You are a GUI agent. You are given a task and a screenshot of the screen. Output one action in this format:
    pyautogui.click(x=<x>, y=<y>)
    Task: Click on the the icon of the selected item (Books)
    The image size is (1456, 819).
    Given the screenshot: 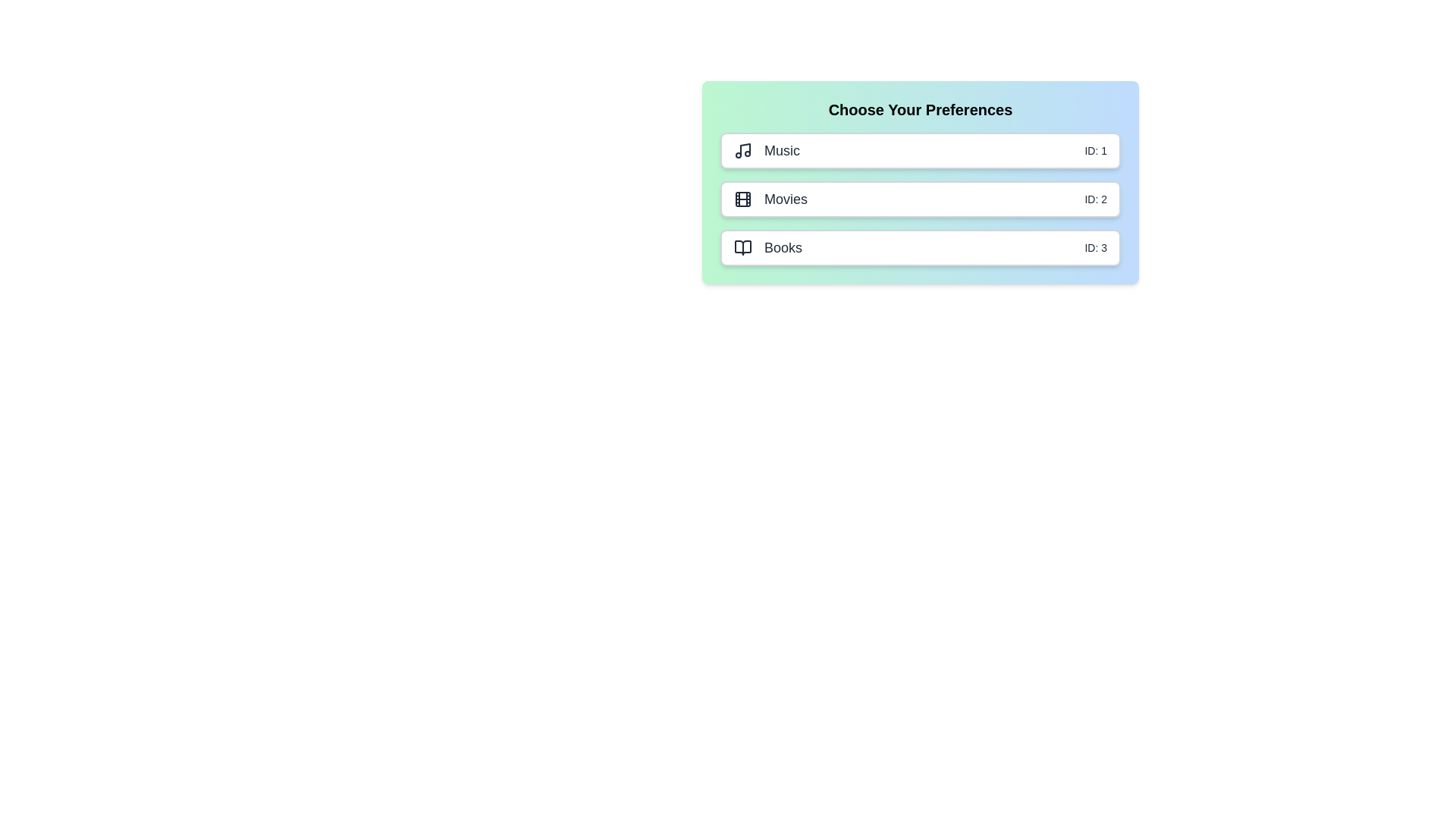 What is the action you would take?
    pyautogui.click(x=742, y=247)
    